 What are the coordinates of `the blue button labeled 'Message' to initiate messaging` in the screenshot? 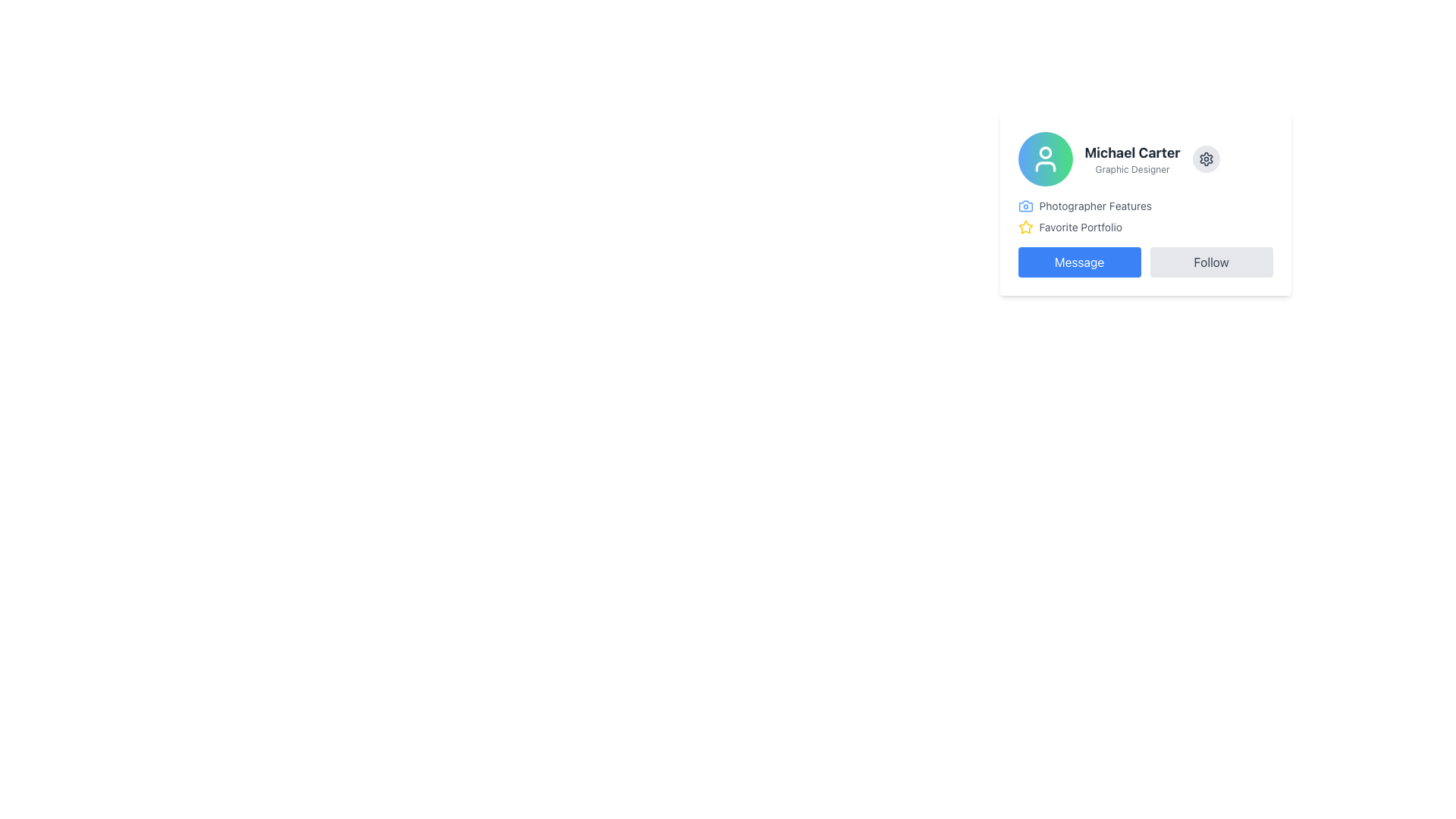 It's located at (1078, 262).